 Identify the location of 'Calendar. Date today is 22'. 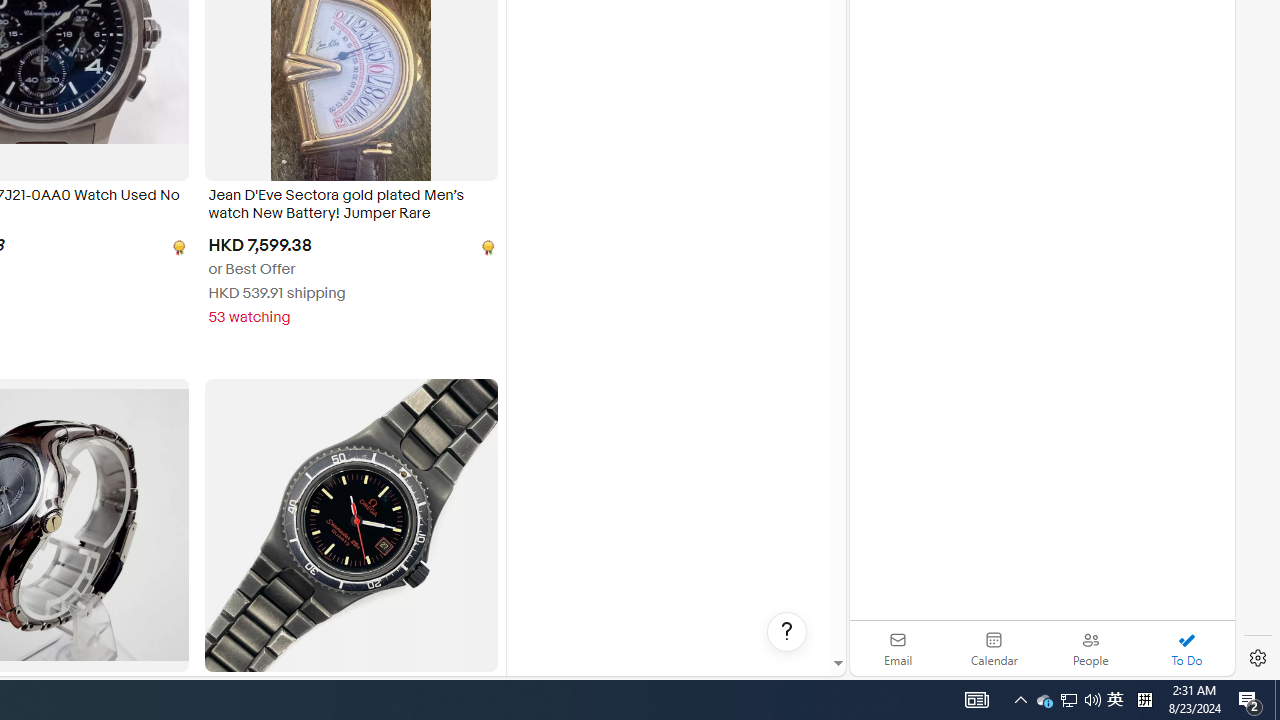
(994, 648).